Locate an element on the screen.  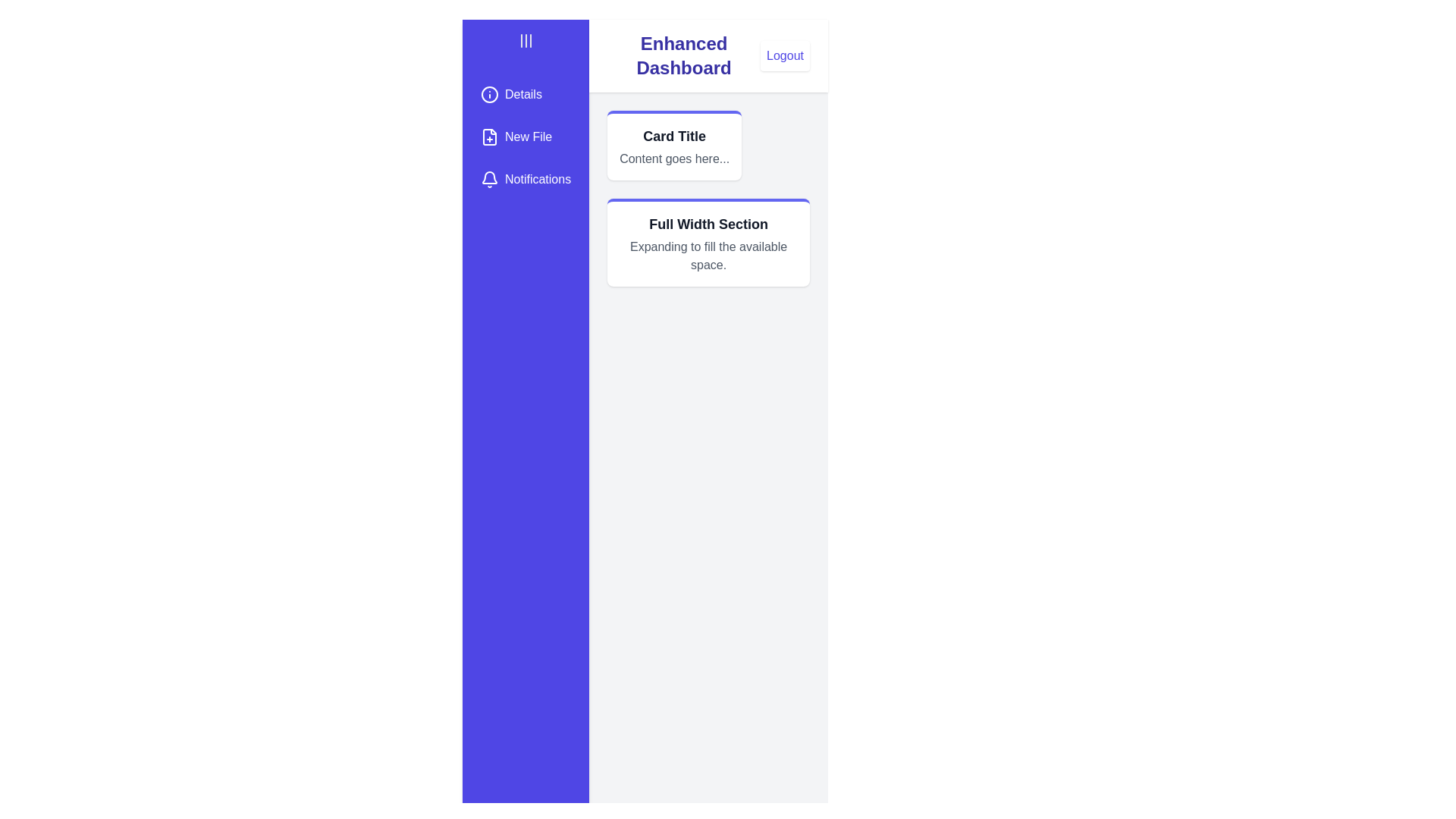
the third navigation link in the vertical menu, located between 'New File' and the main content area, to trigger a style change is located at coordinates (526, 178).